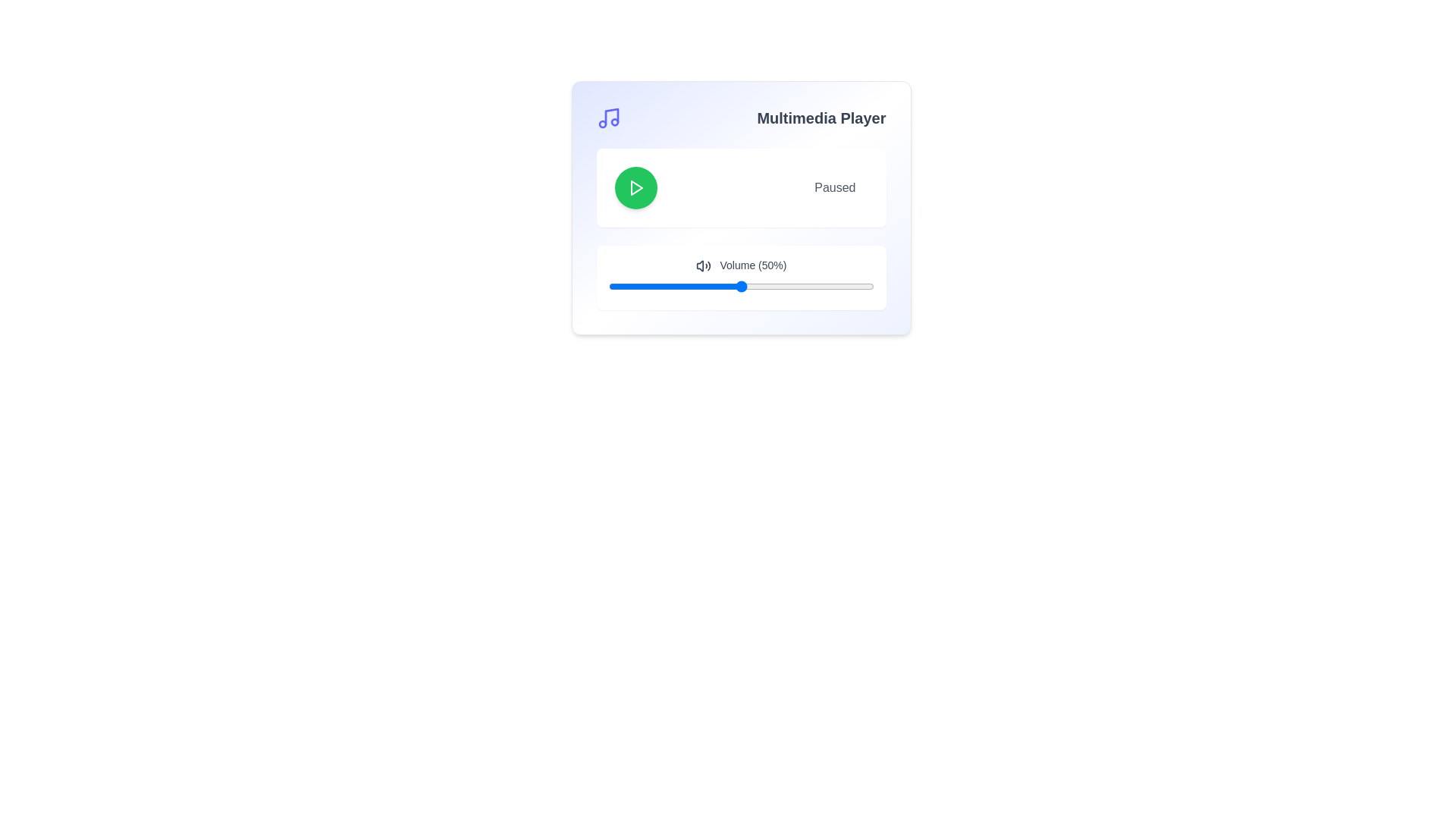 This screenshot has width=1456, height=819. I want to click on the volume slider, so click(676, 287).